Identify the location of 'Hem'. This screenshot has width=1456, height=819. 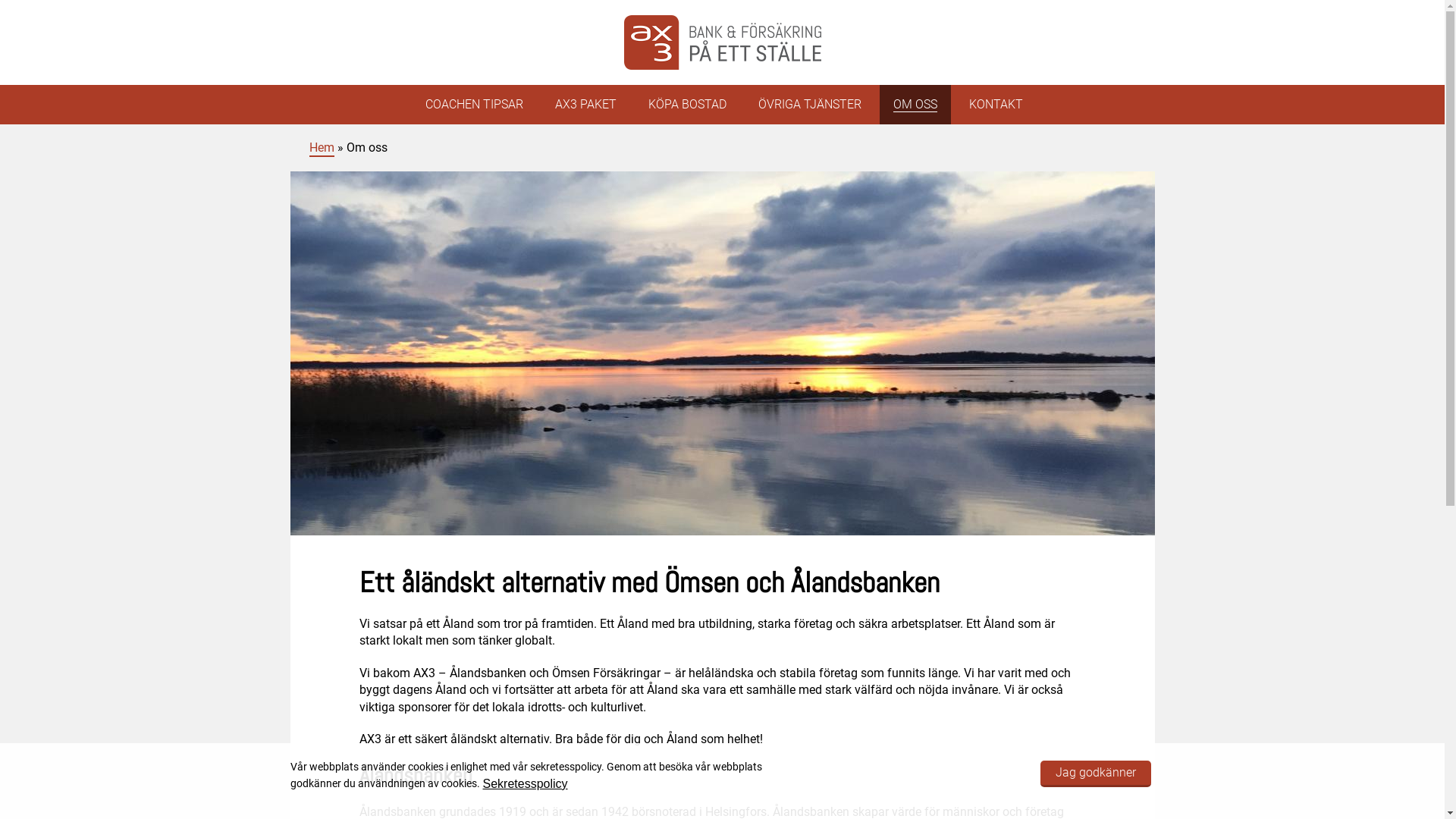
(321, 149).